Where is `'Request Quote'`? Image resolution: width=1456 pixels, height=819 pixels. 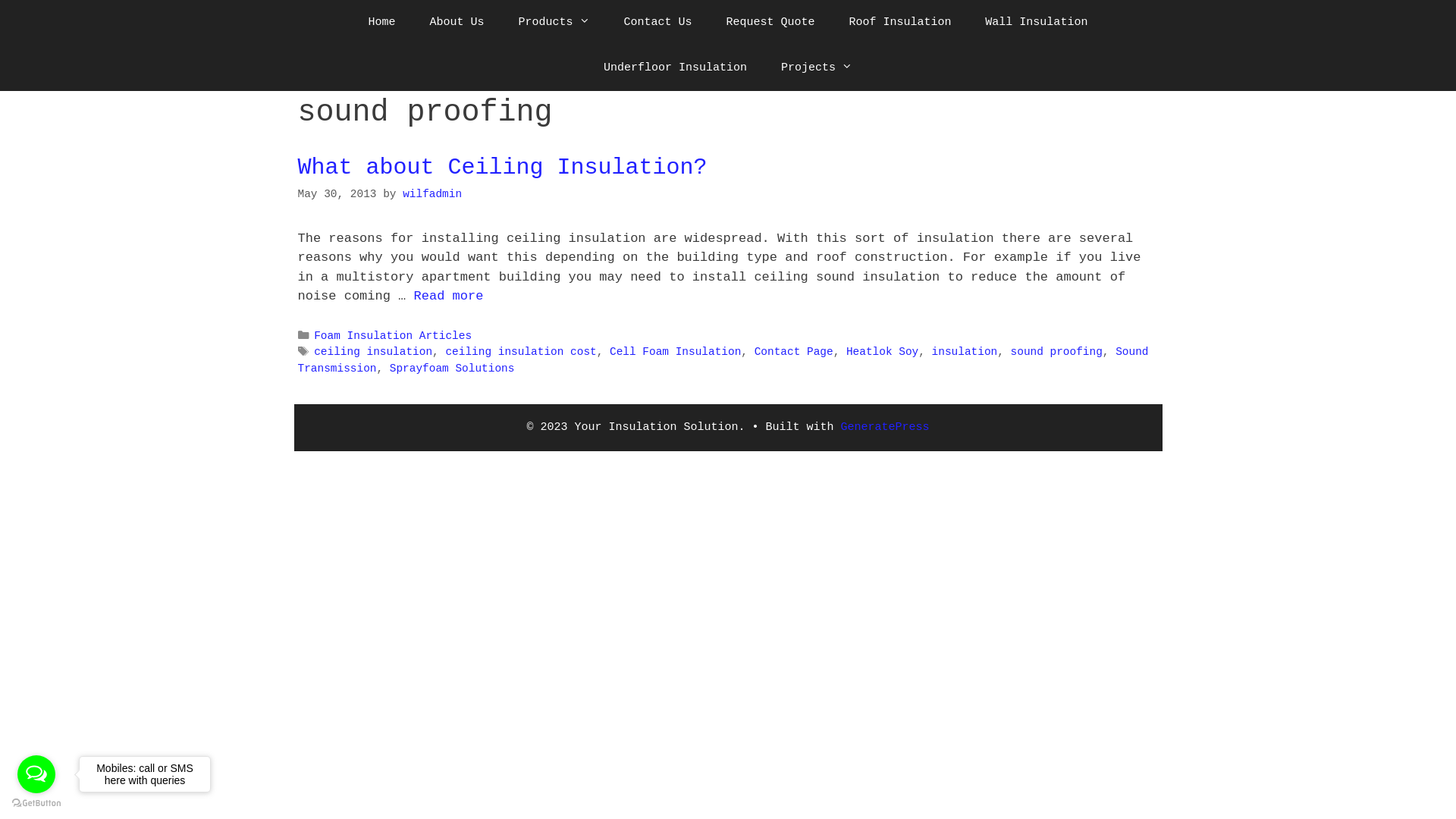
'Request Quote' is located at coordinates (770, 23).